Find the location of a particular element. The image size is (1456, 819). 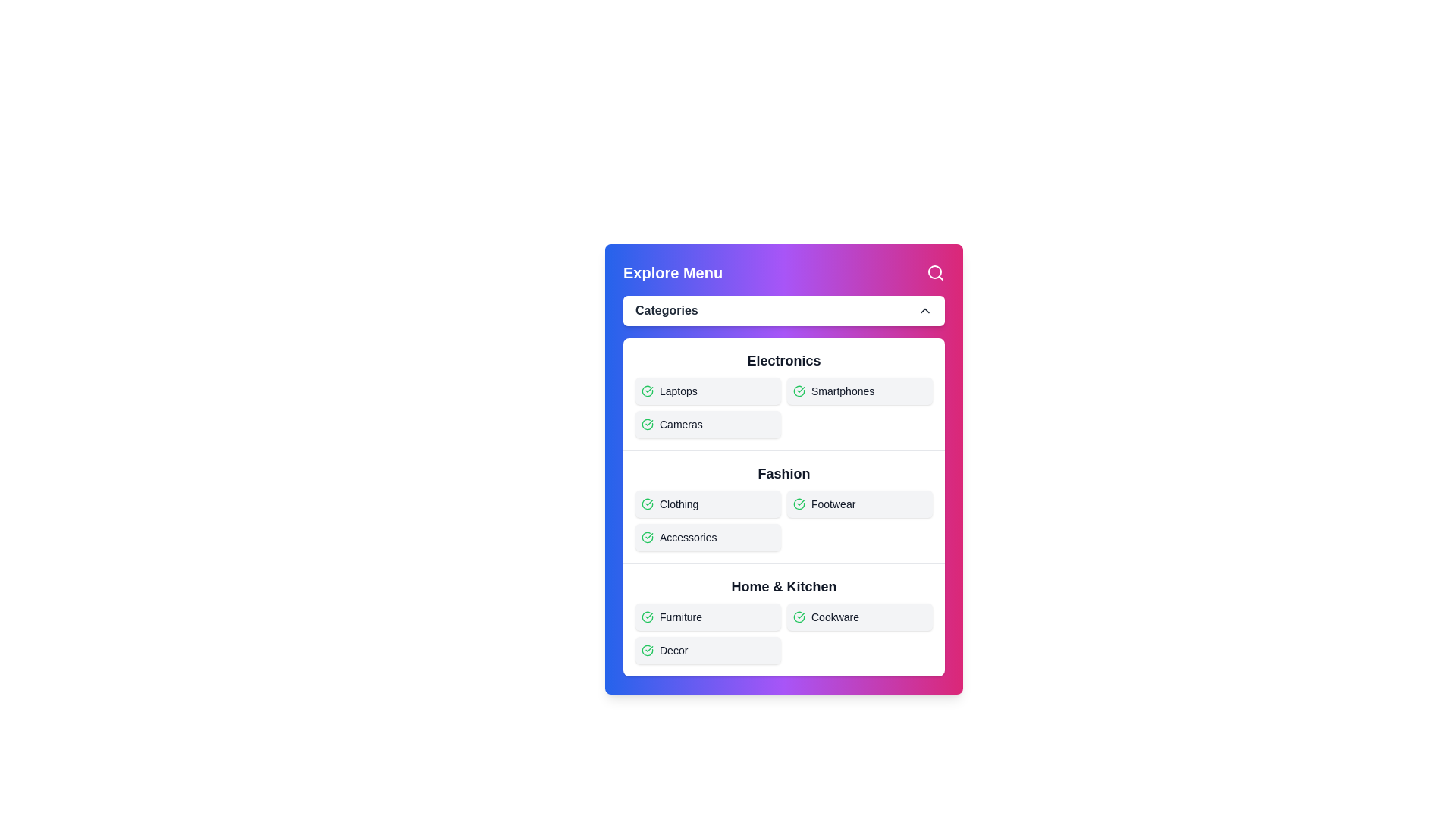

the completion icon indicating the positive state of the associated 'Decor' item, which is positioned to the left of the text 'Decor' in the 'Home & Kitchen' section is located at coordinates (648, 649).